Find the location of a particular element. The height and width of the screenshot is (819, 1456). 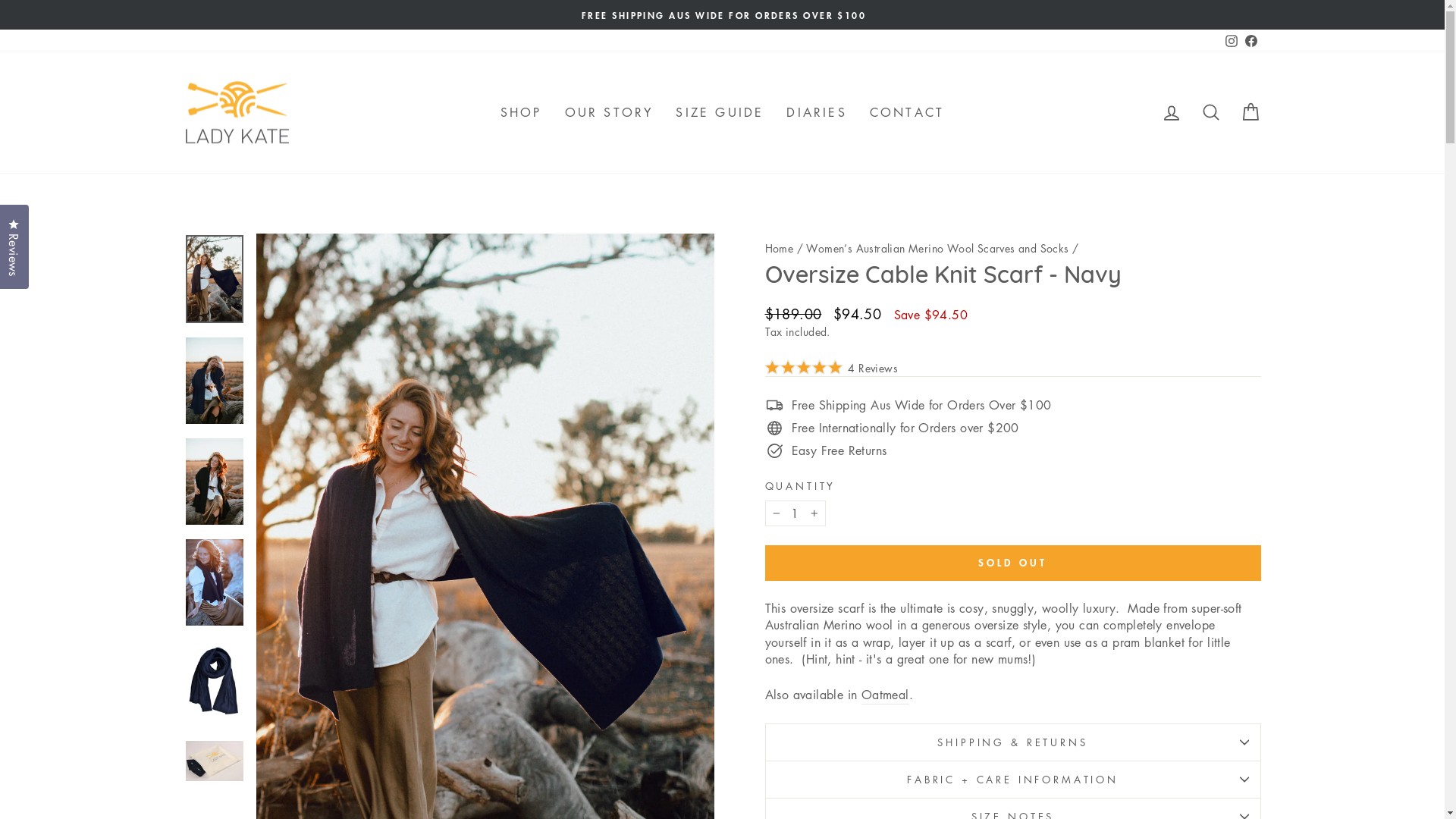

'+' is located at coordinates (813, 513).